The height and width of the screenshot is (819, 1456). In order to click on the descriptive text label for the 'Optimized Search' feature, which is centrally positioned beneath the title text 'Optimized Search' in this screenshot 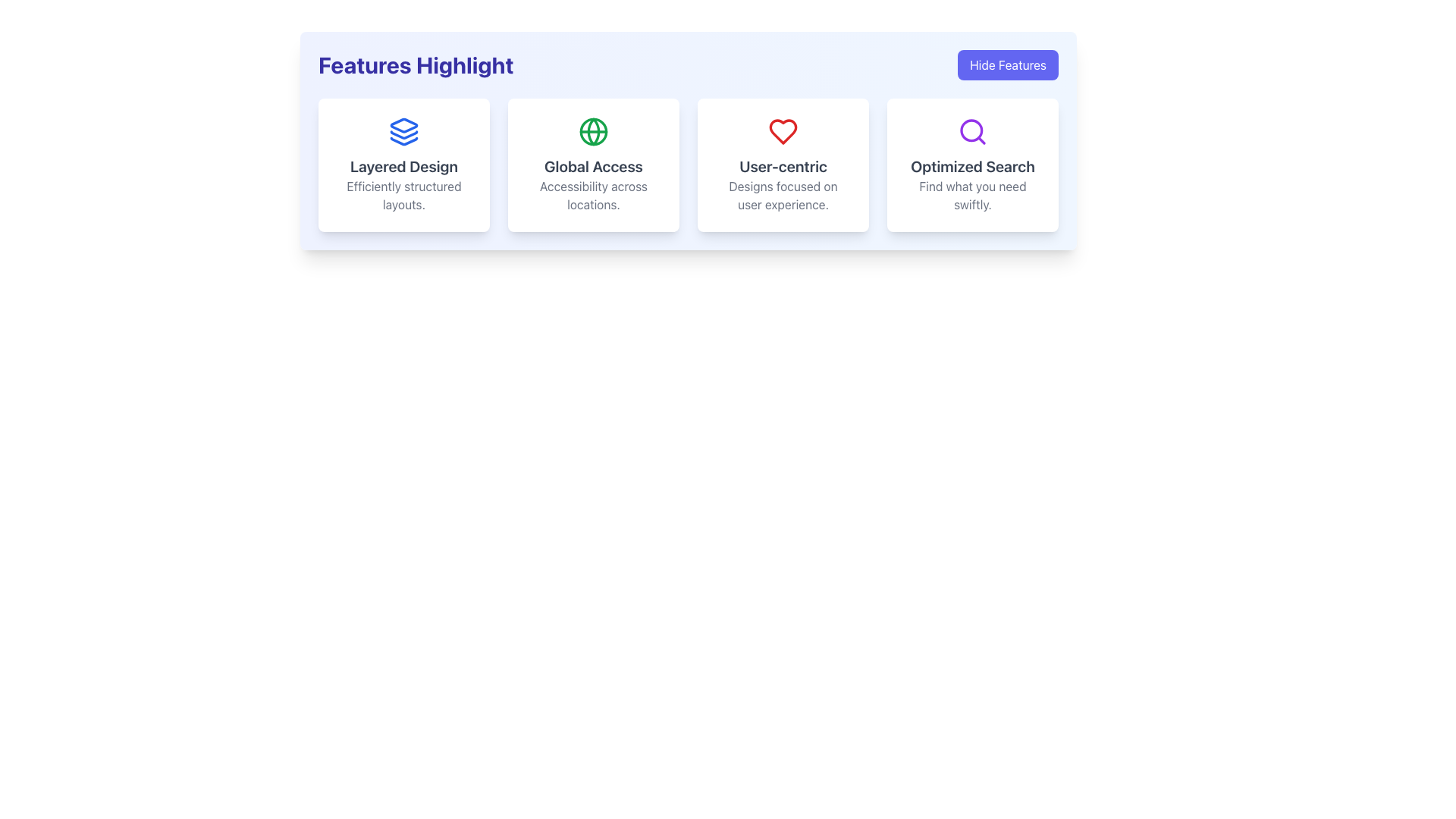, I will do `click(972, 195)`.